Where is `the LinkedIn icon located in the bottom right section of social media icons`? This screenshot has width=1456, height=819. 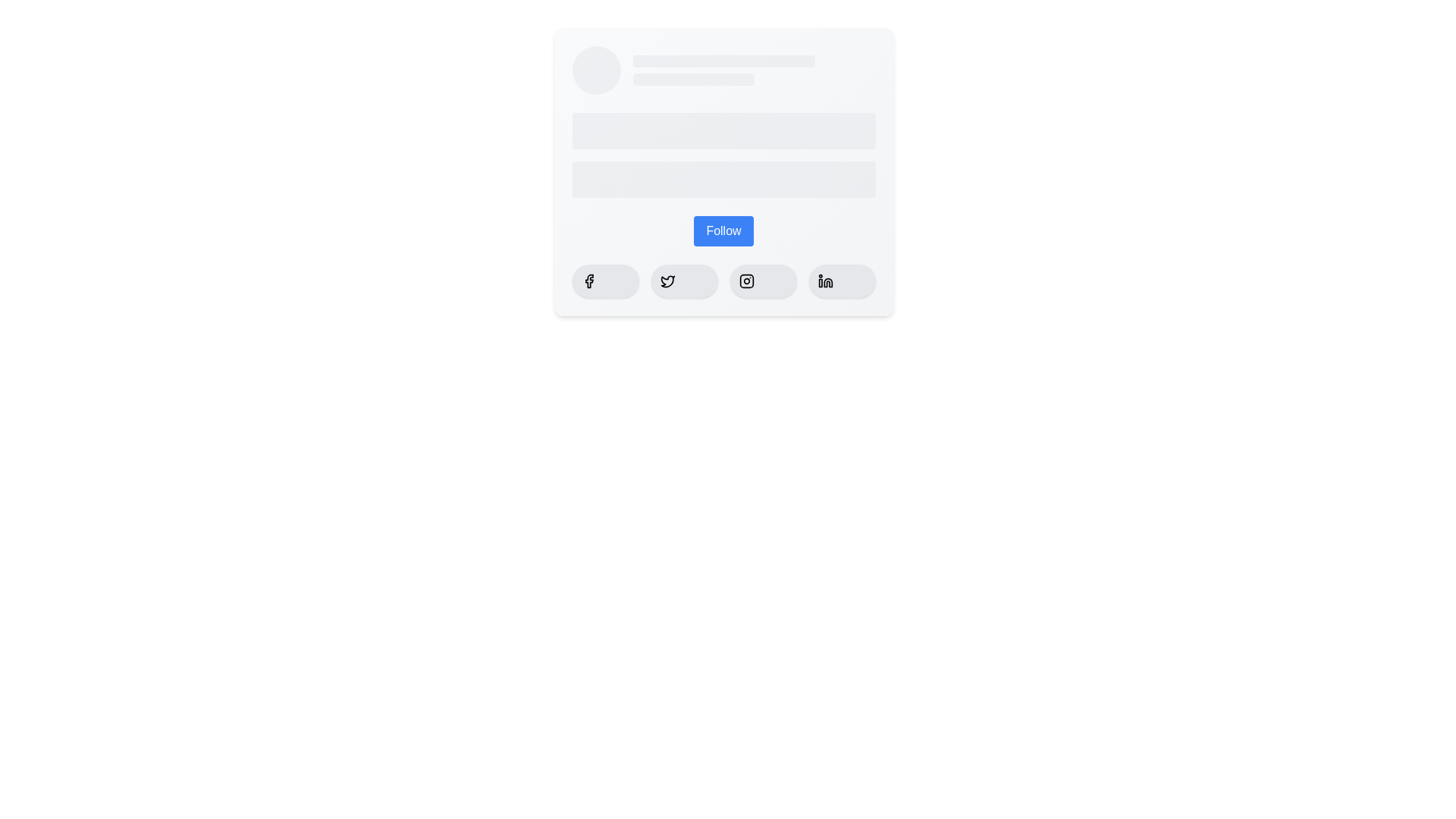 the LinkedIn icon located in the bottom right section of social media icons is located at coordinates (824, 281).